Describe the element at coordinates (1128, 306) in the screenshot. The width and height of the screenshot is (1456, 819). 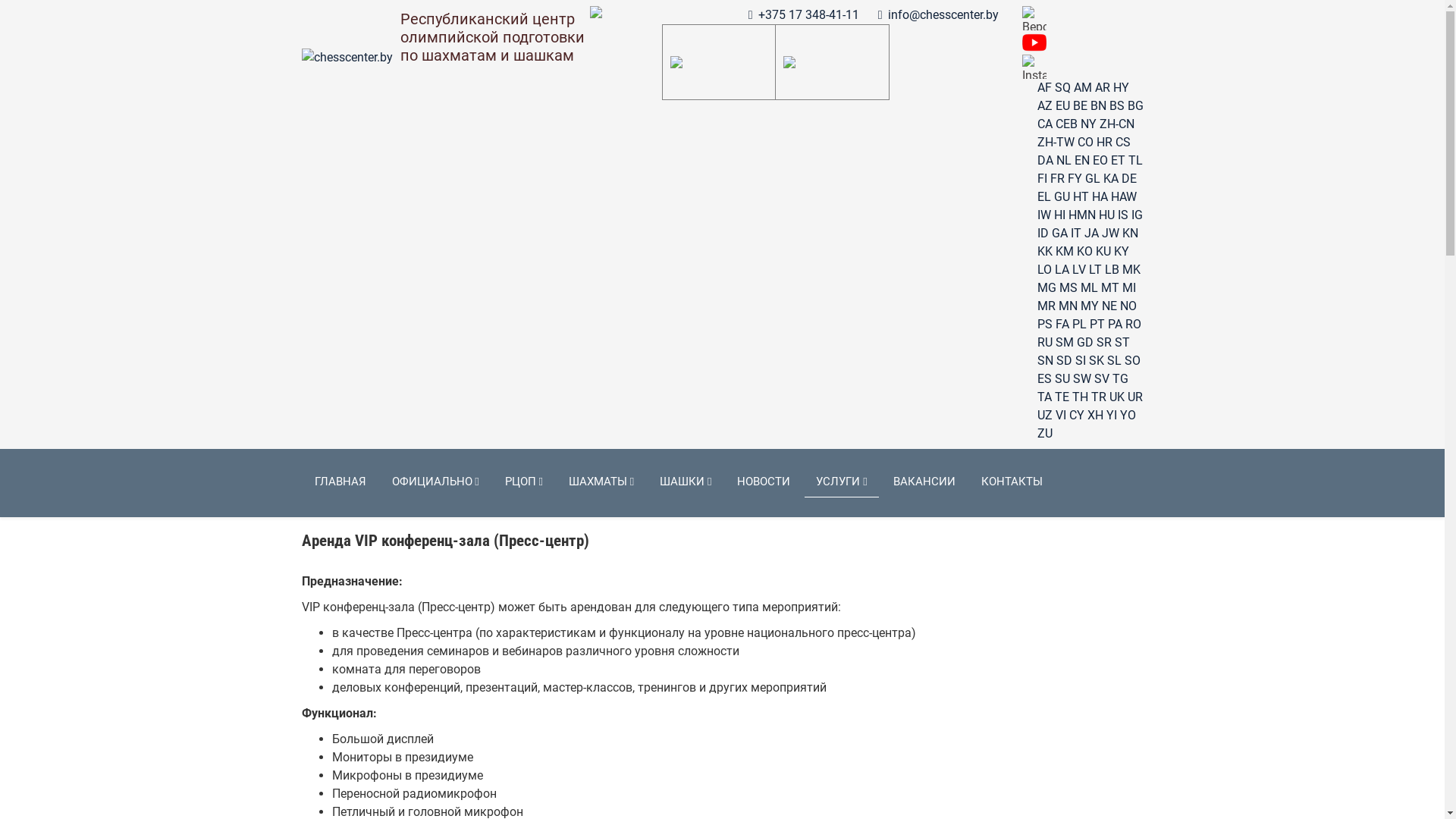
I see `'NO'` at that location.